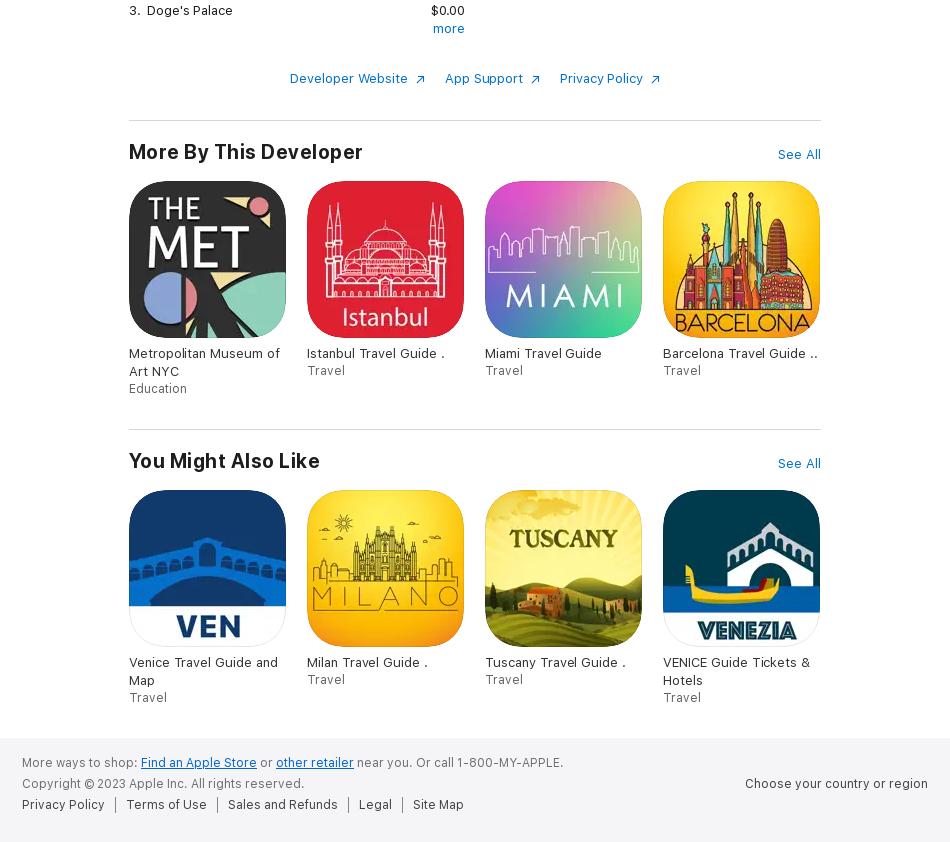 The image size is (950, 842). What do you see at coordinates (203, 361) in the screenshot?
I see `'Metropolitan Museum of Art NYC'` at bounding box center [203, 361].